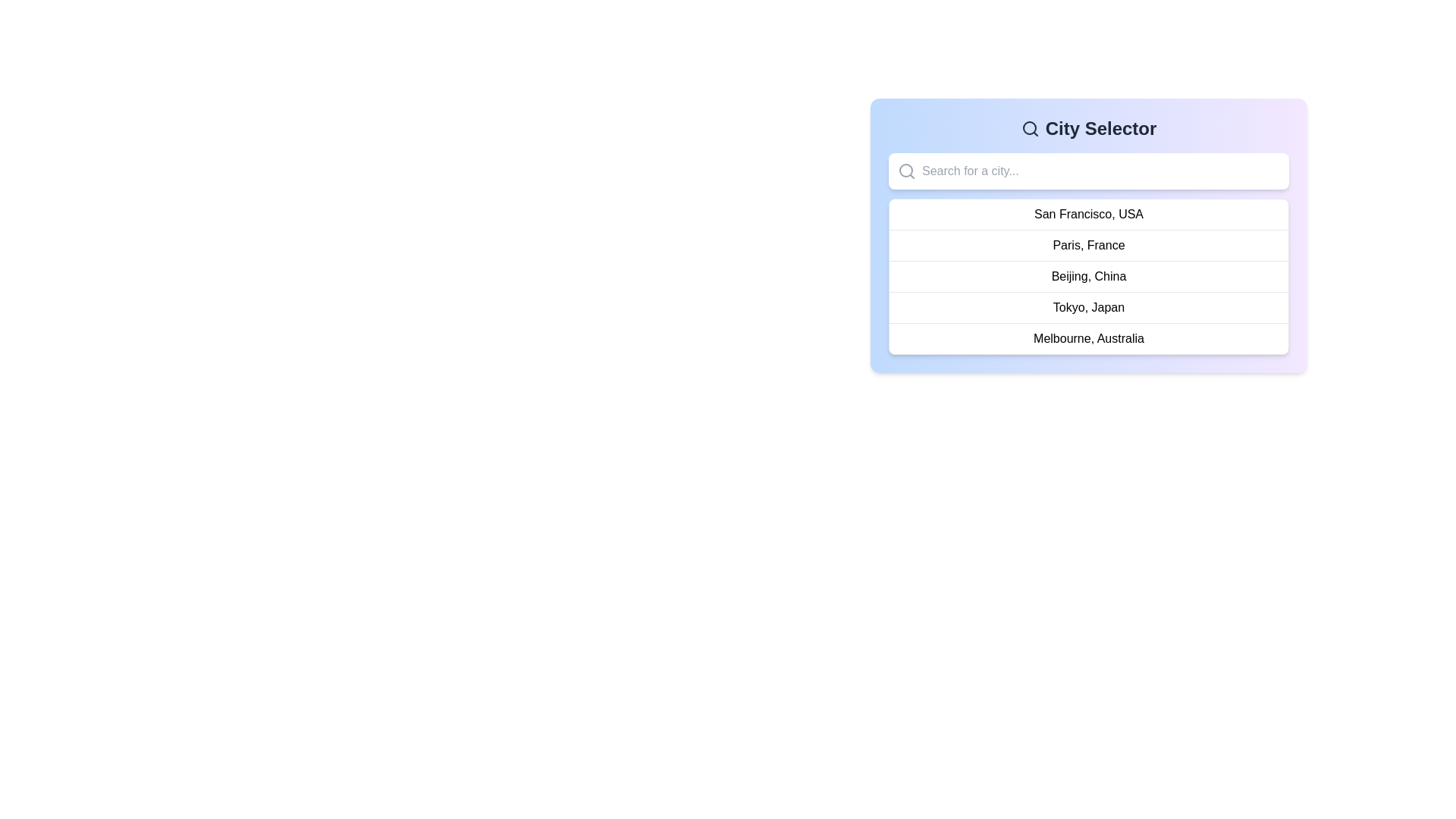  I want to click on the interactive search bar with placeholder 'Search for a city...', so click(1087, 171).